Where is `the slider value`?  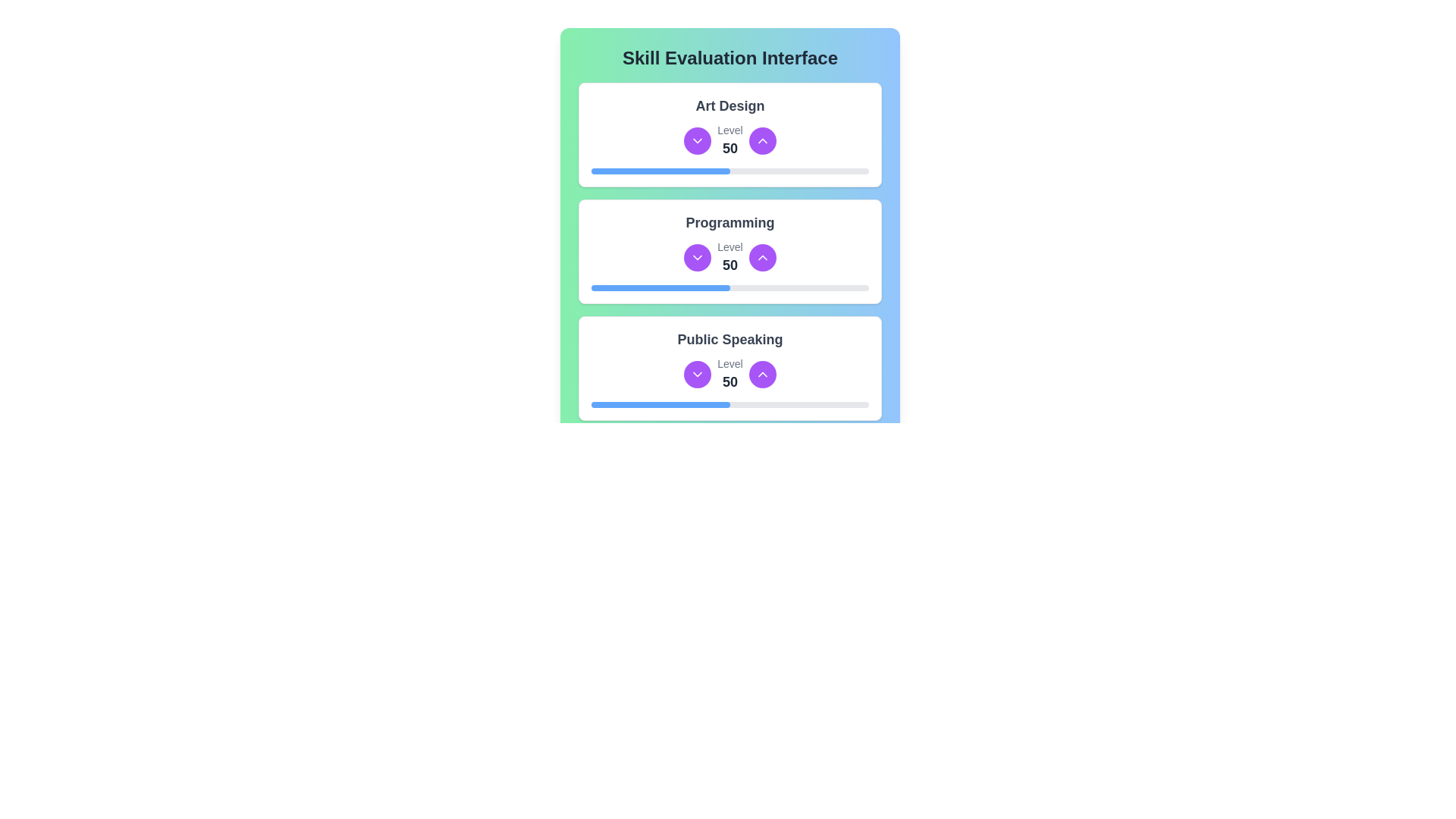
the slider value is located at coordinates (667, 403).